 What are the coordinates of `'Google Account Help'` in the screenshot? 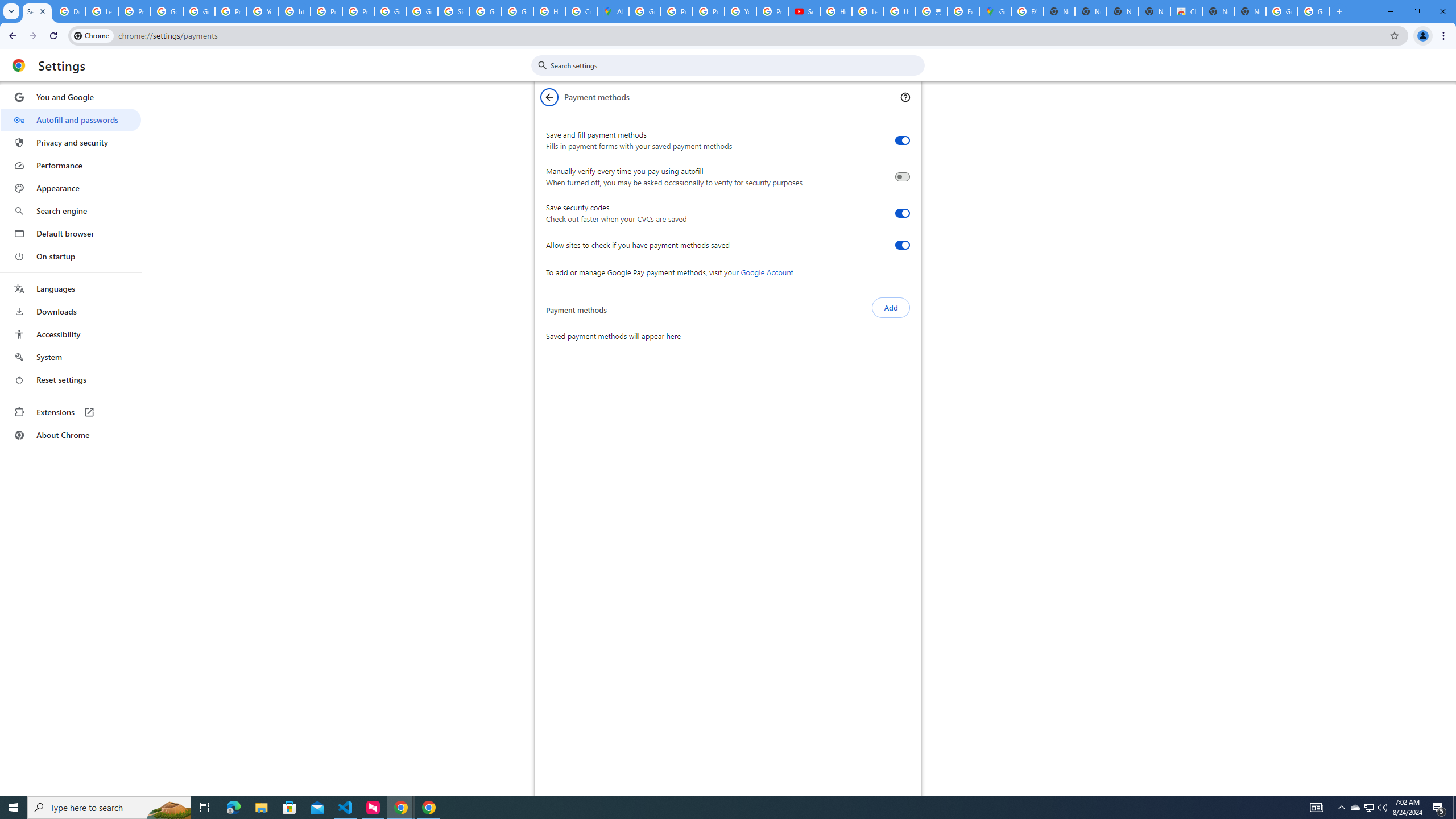 It's located at (167, 11).